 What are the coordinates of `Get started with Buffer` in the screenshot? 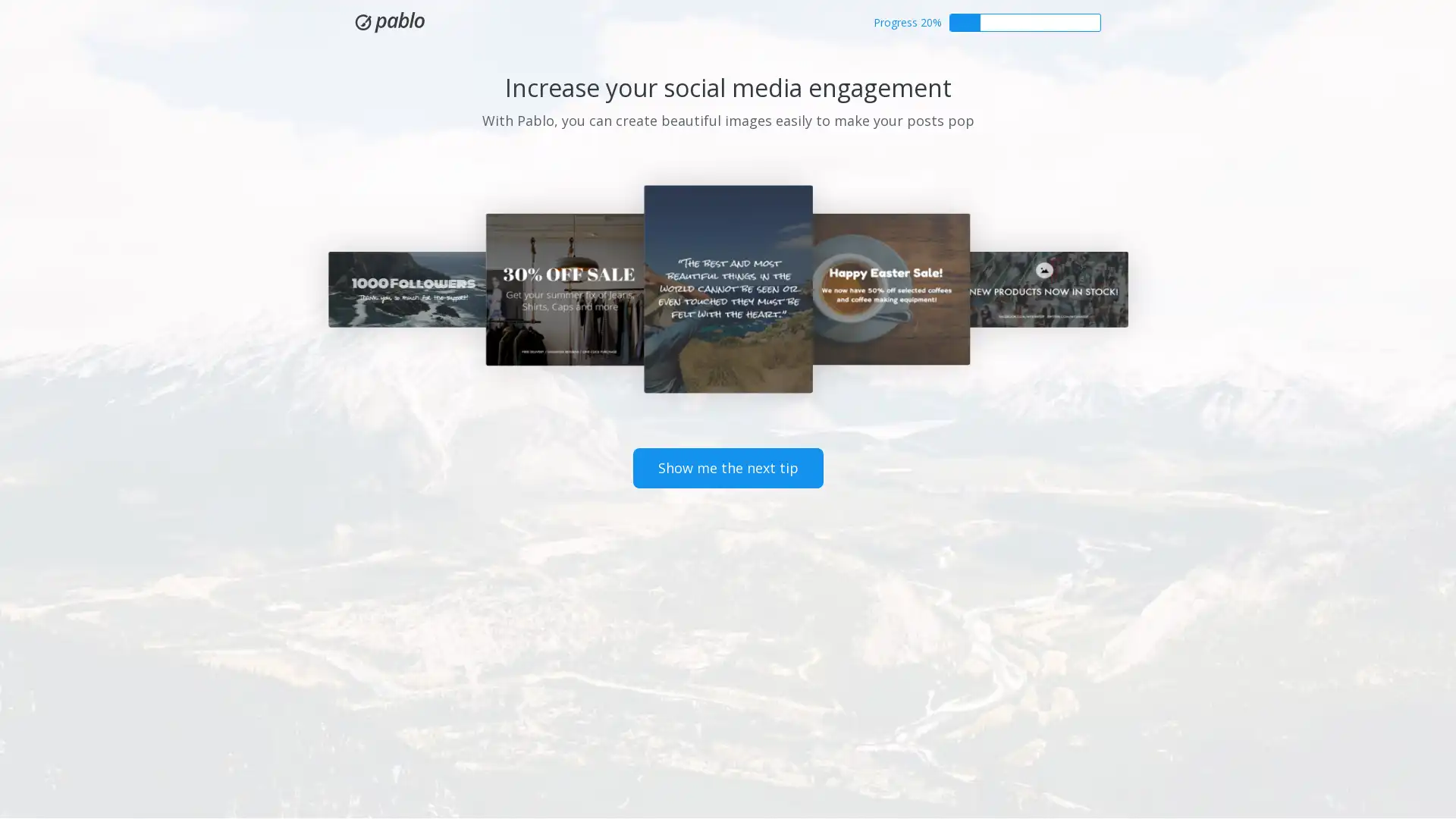 It's located at (1016, 19).